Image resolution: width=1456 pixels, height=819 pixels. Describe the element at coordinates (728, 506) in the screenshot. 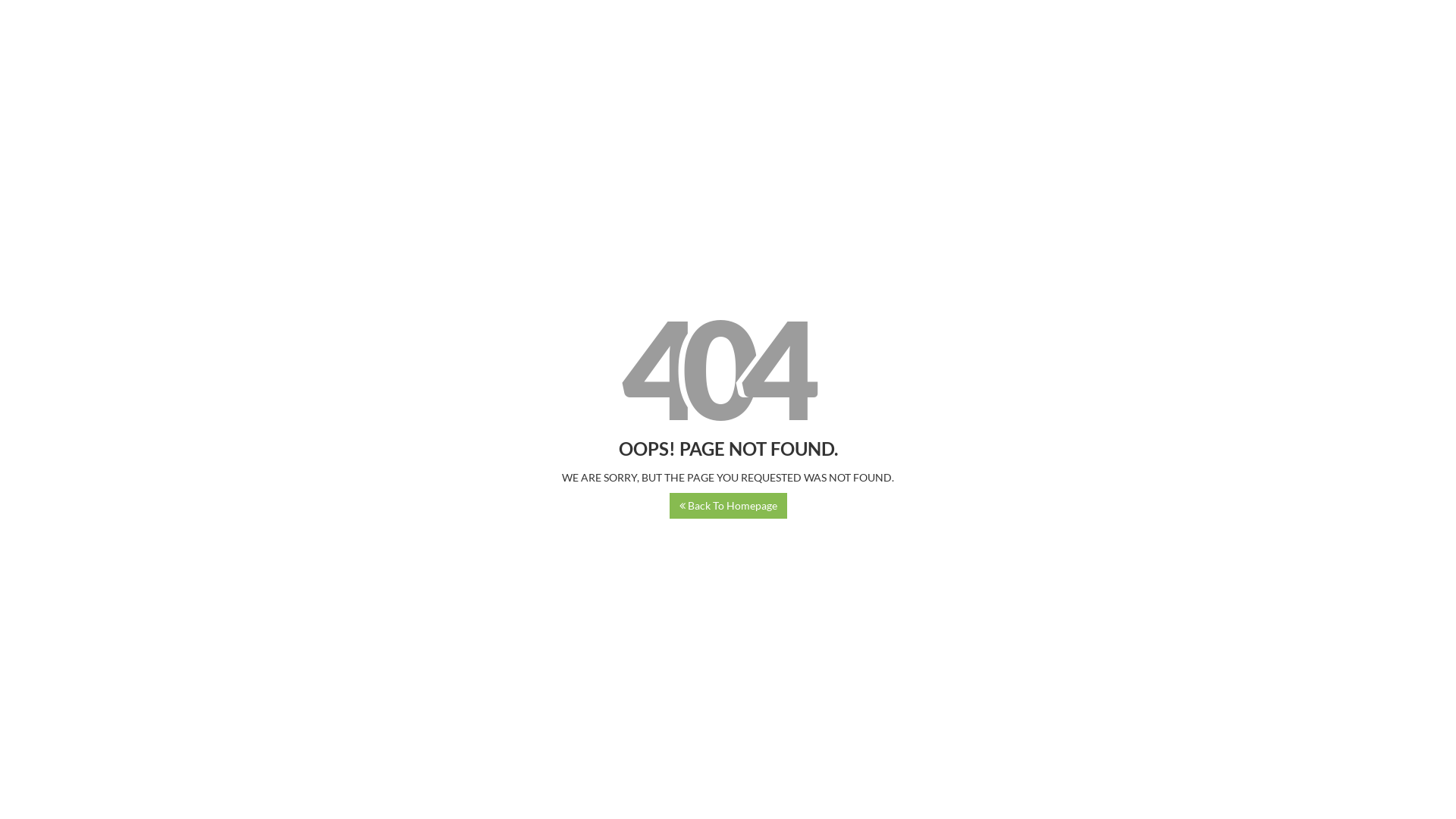

I see `'Back To Homepage'` at that location.